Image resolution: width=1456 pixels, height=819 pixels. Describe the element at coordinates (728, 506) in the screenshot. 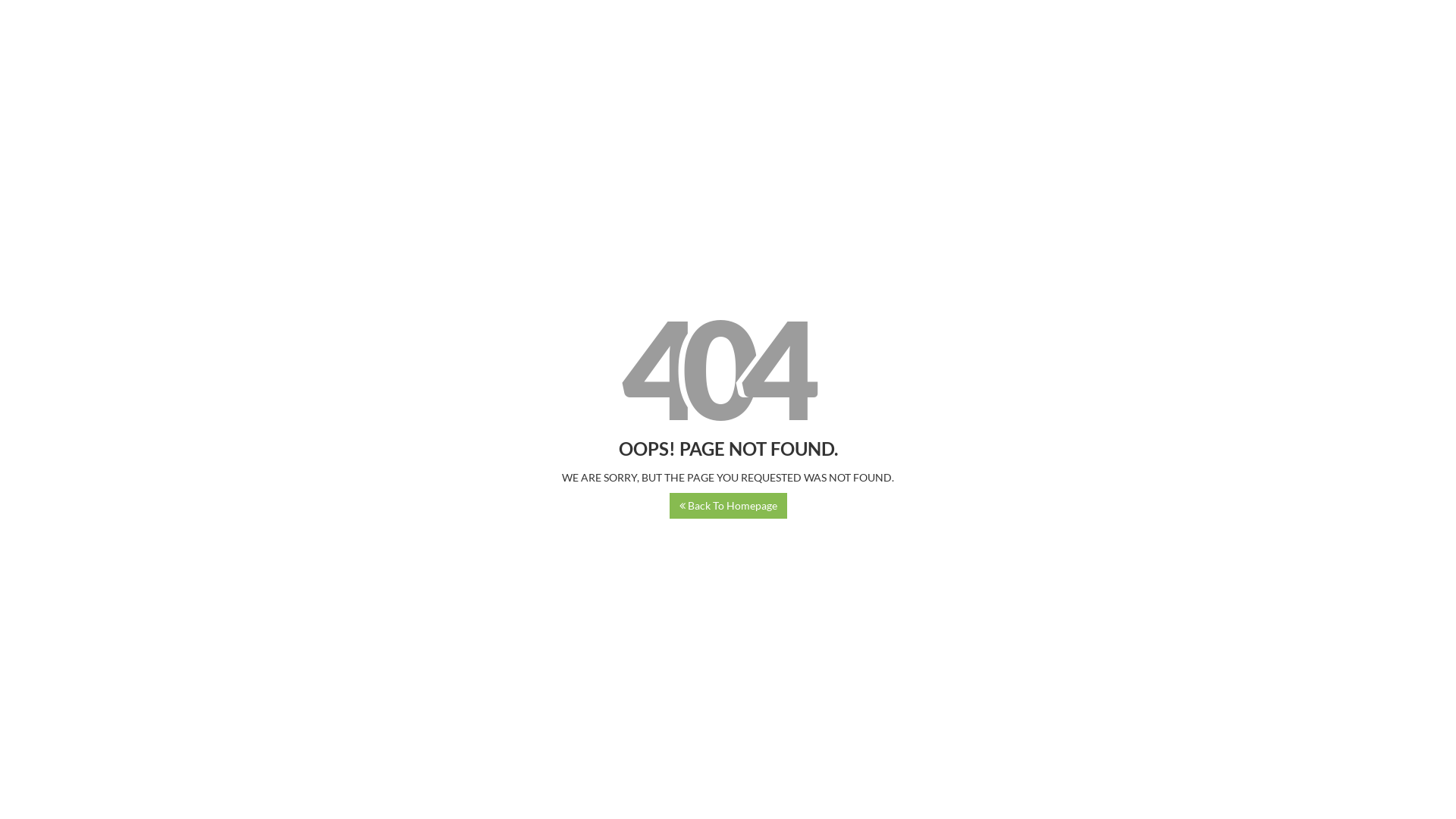

I see `'Back To Homepage'` at that location.